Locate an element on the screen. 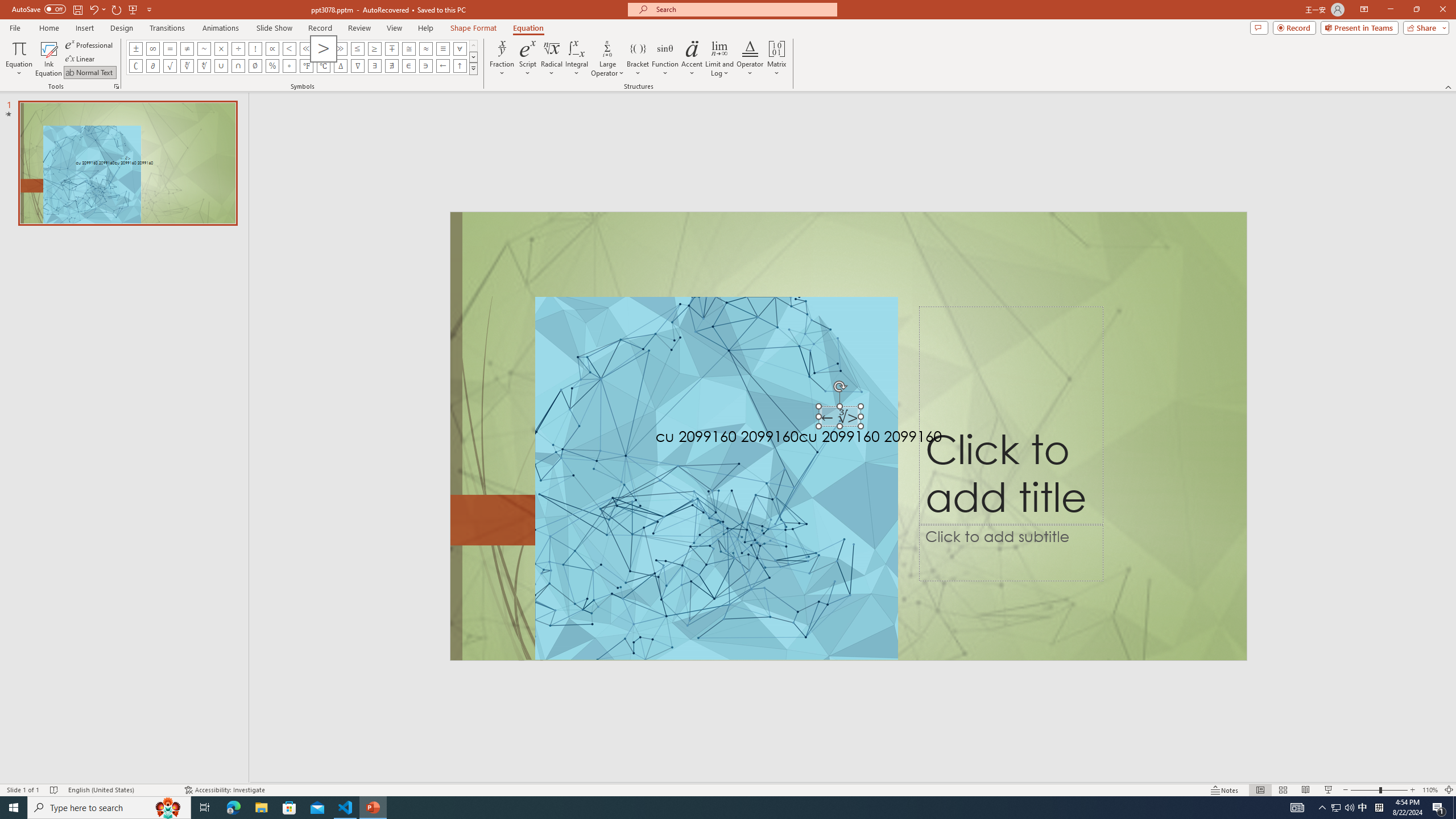  'Equation Symbol Much Less Than' is located at coordinates (306, 48).